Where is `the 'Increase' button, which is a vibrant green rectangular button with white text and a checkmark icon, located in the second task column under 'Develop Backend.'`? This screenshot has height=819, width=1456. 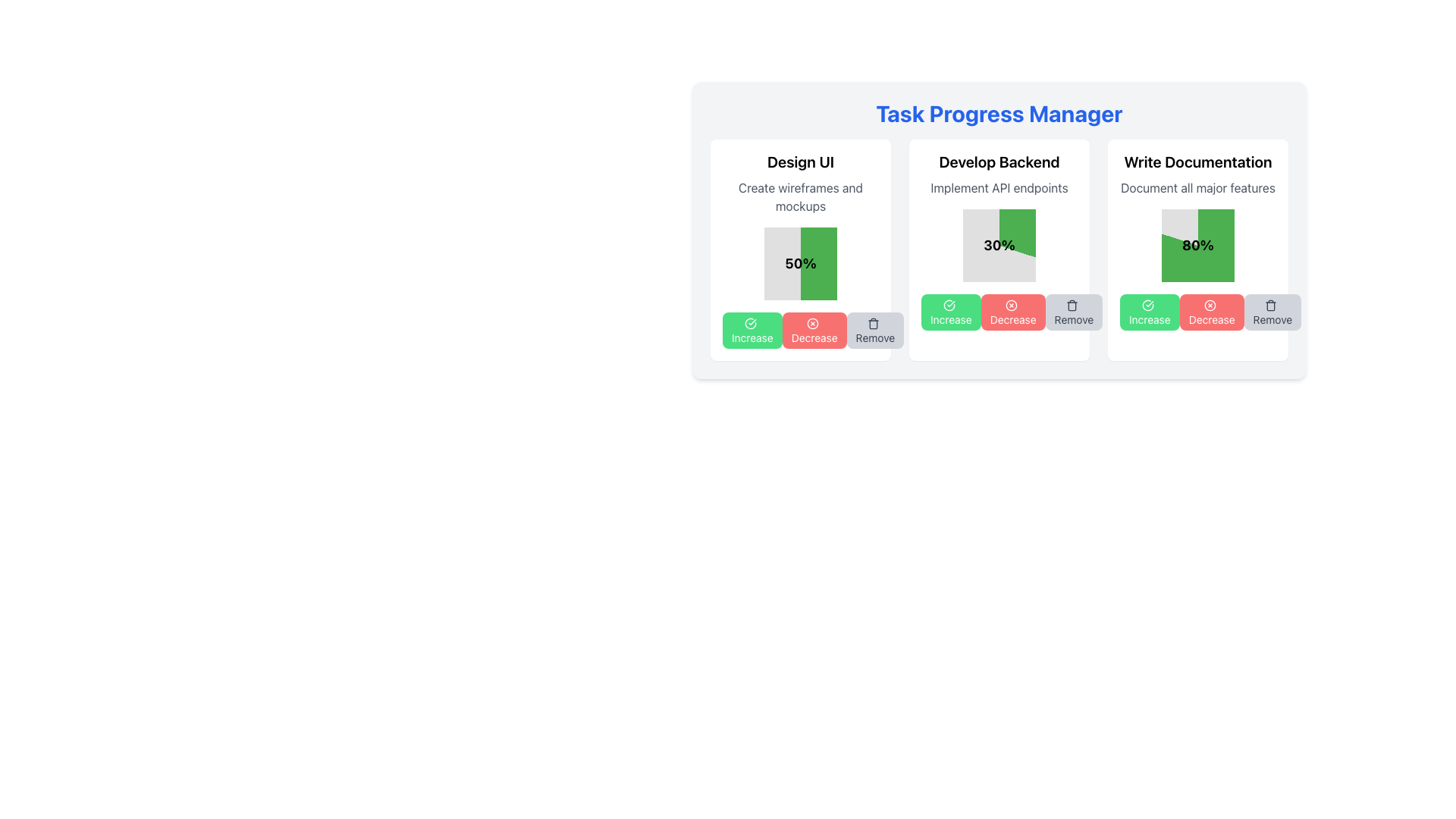 the 'Increase' button, which is a vibrant green rectangular button with white text and a checkmark icon, located in the second task column under 'Develop Backend.' is located at coordinates (950, 312).